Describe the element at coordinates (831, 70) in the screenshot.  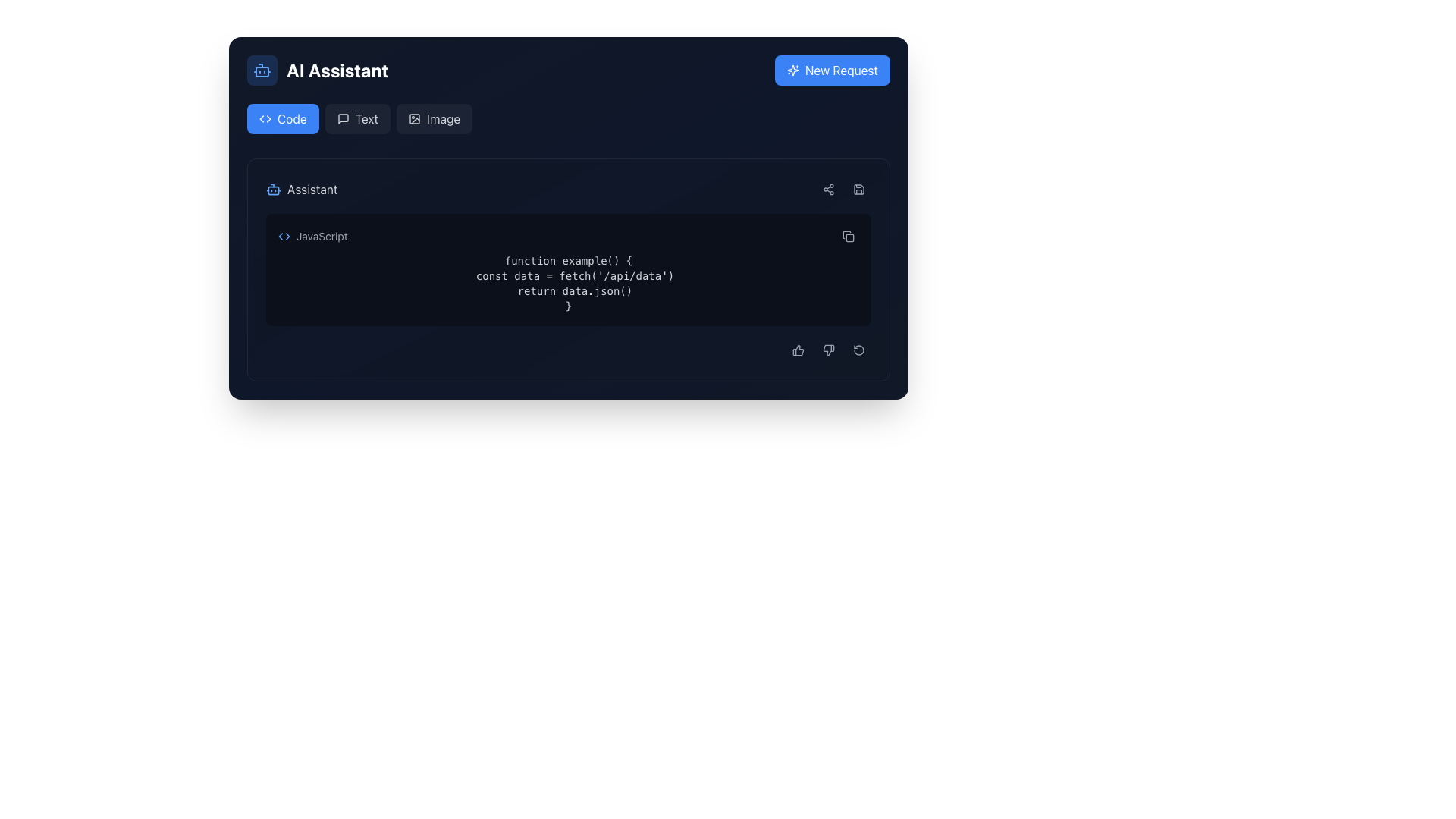
I see `the 'New Request' button with a bright blue background and text in bold white font` at that location.